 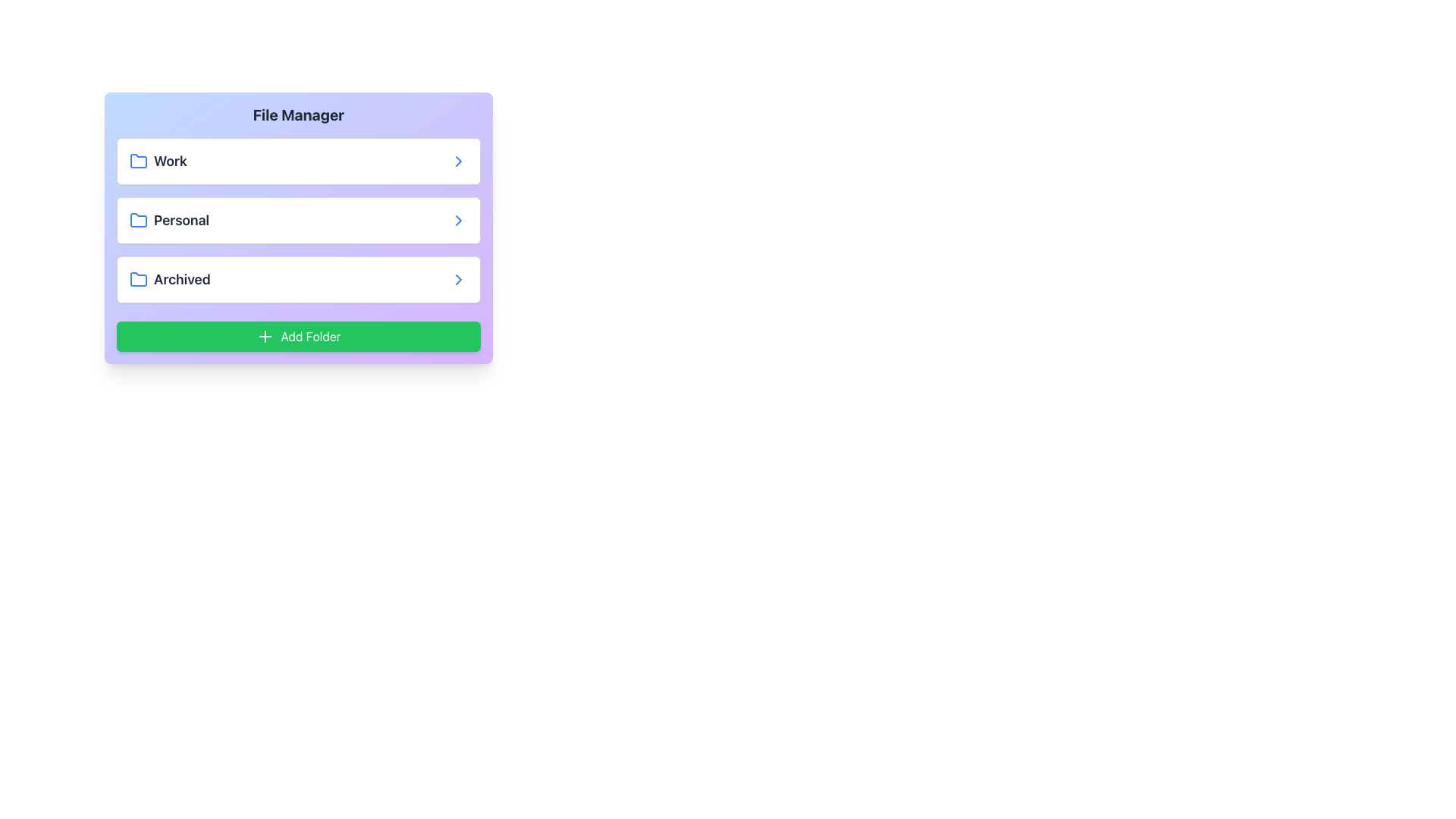 I want to click on the folder icon representing the 'Personal' category in the 'File Manager' interface, located at the beginning of the second list item, so click(x=138, y=220).